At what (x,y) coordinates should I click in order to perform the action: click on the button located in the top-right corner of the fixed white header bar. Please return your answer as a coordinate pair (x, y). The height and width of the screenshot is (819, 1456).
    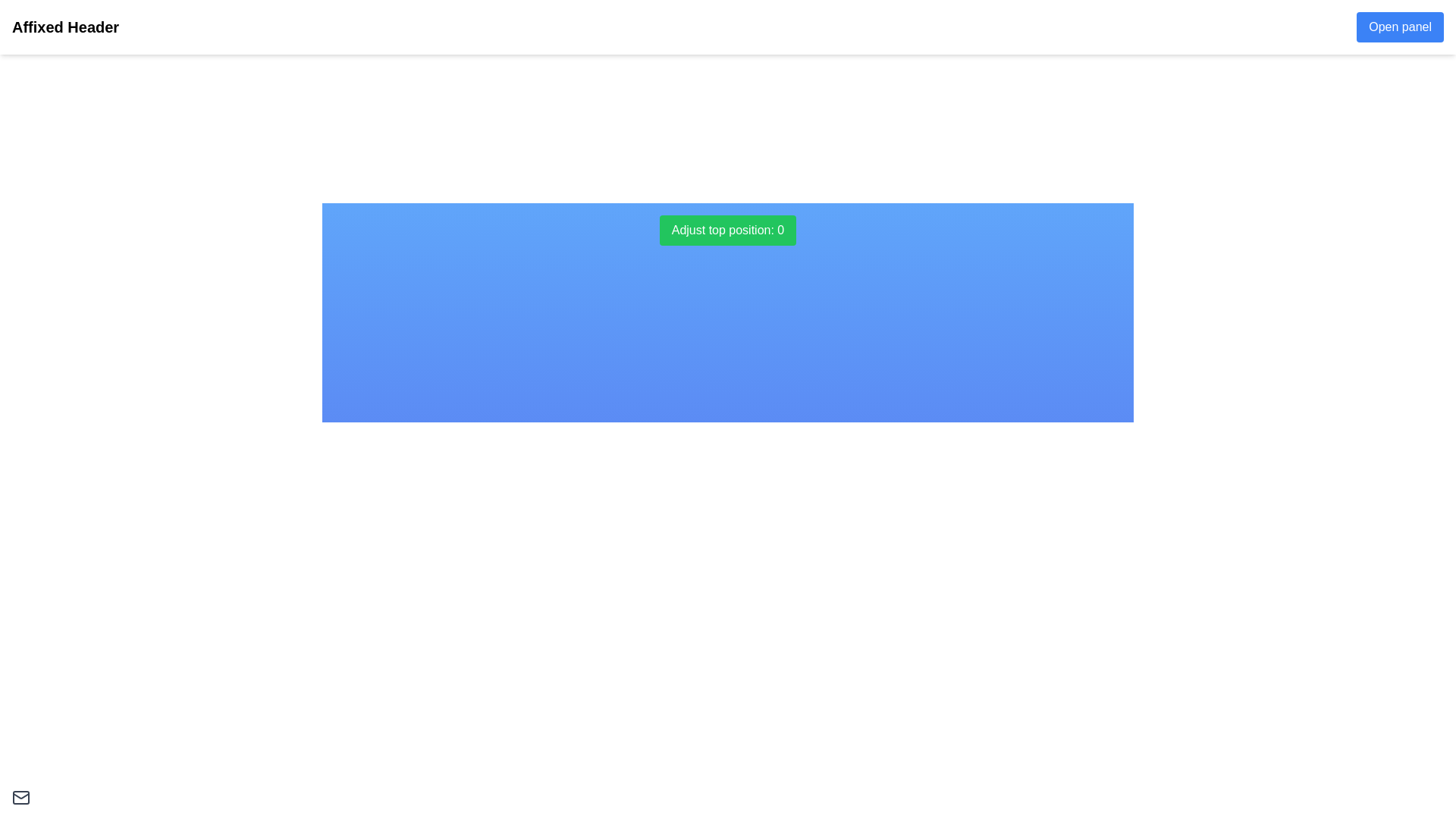
    Looking at the image, I should click on (1399, 27).